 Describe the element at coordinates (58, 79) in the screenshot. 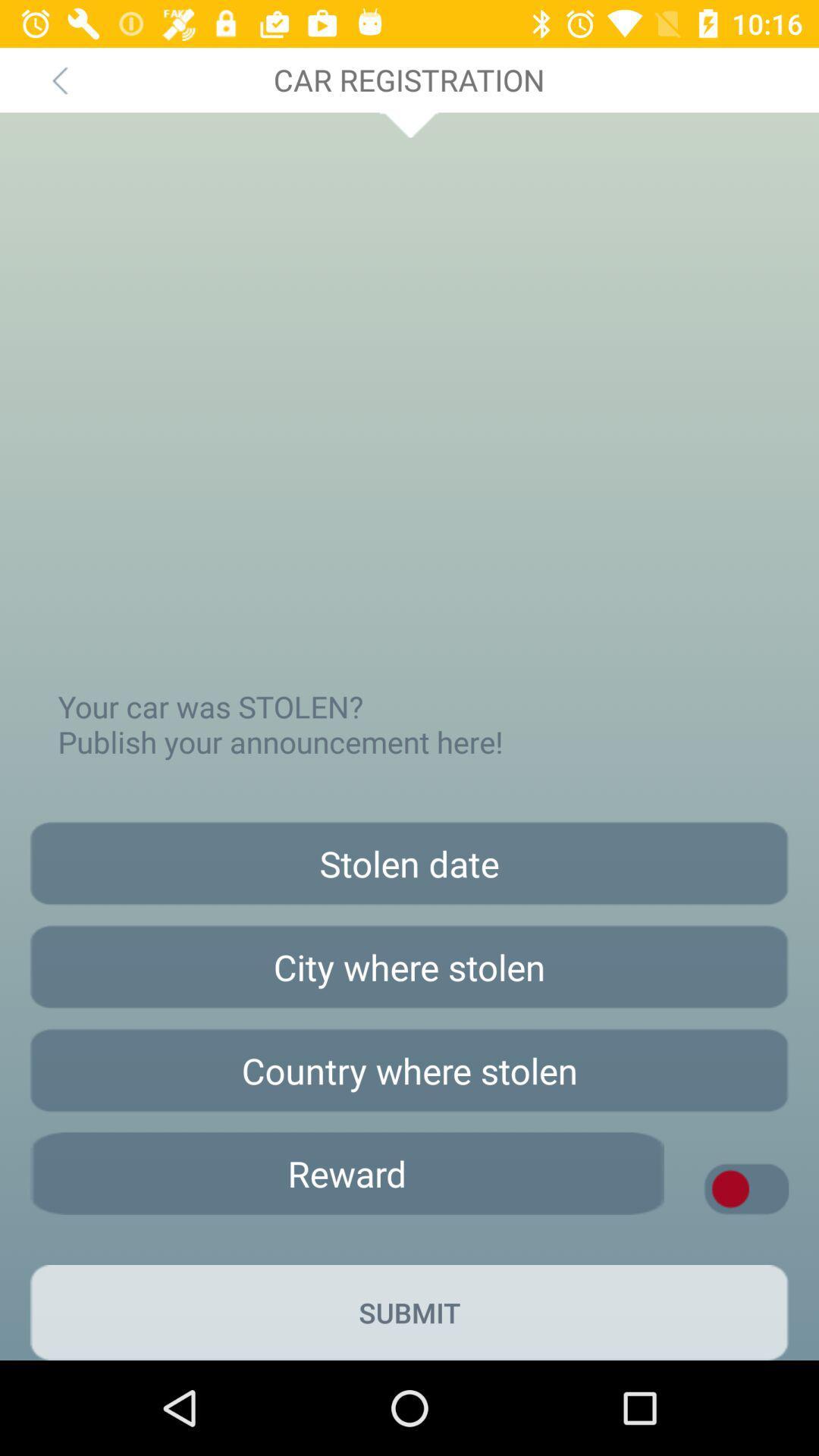

I see `icon above your car was app` at that location.